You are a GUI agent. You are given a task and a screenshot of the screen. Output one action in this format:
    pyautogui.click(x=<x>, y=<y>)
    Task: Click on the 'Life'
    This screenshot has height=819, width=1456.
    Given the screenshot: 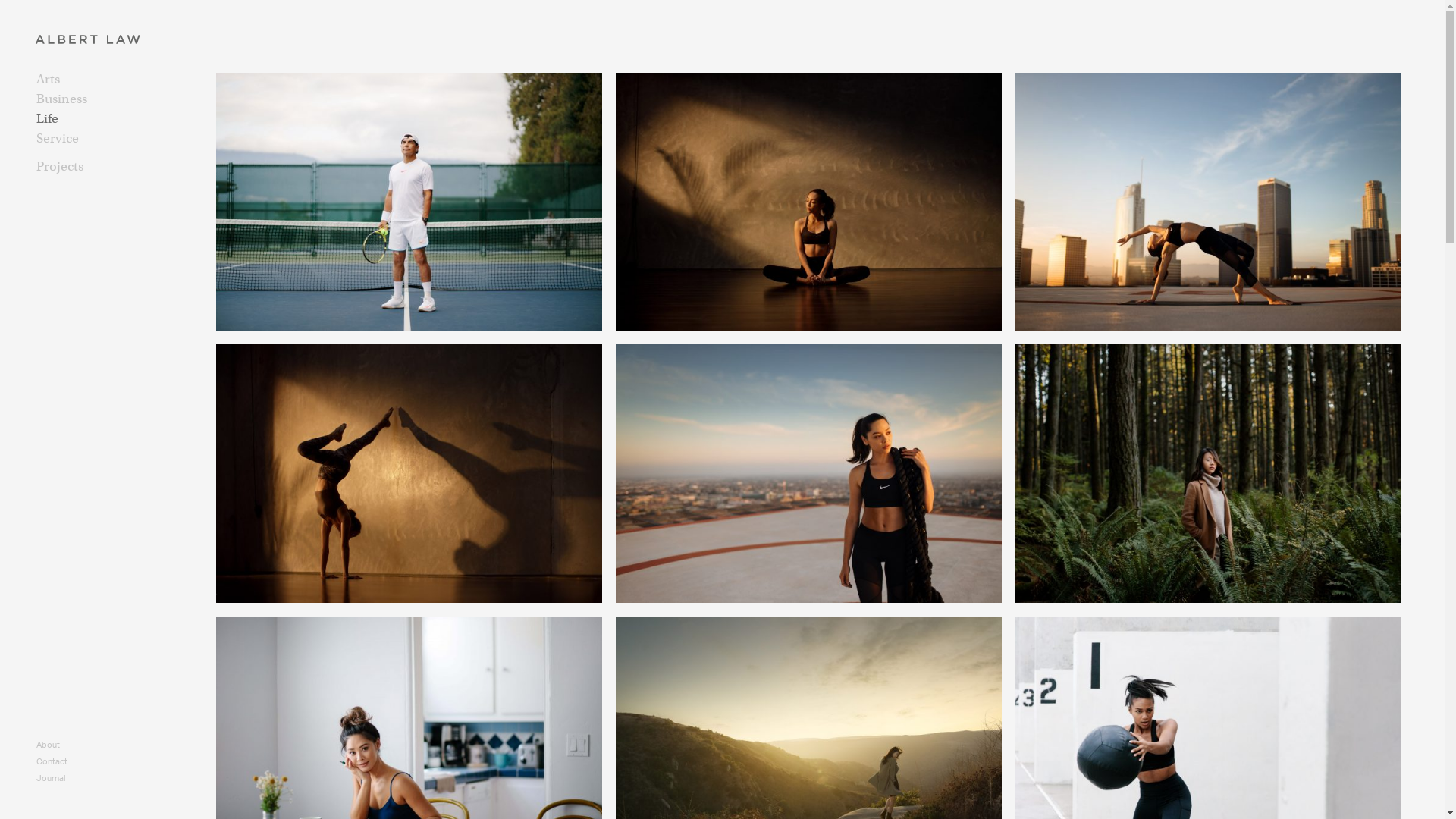 What is the action you would take?
    pyautogui.click(x=127, y=118)
    